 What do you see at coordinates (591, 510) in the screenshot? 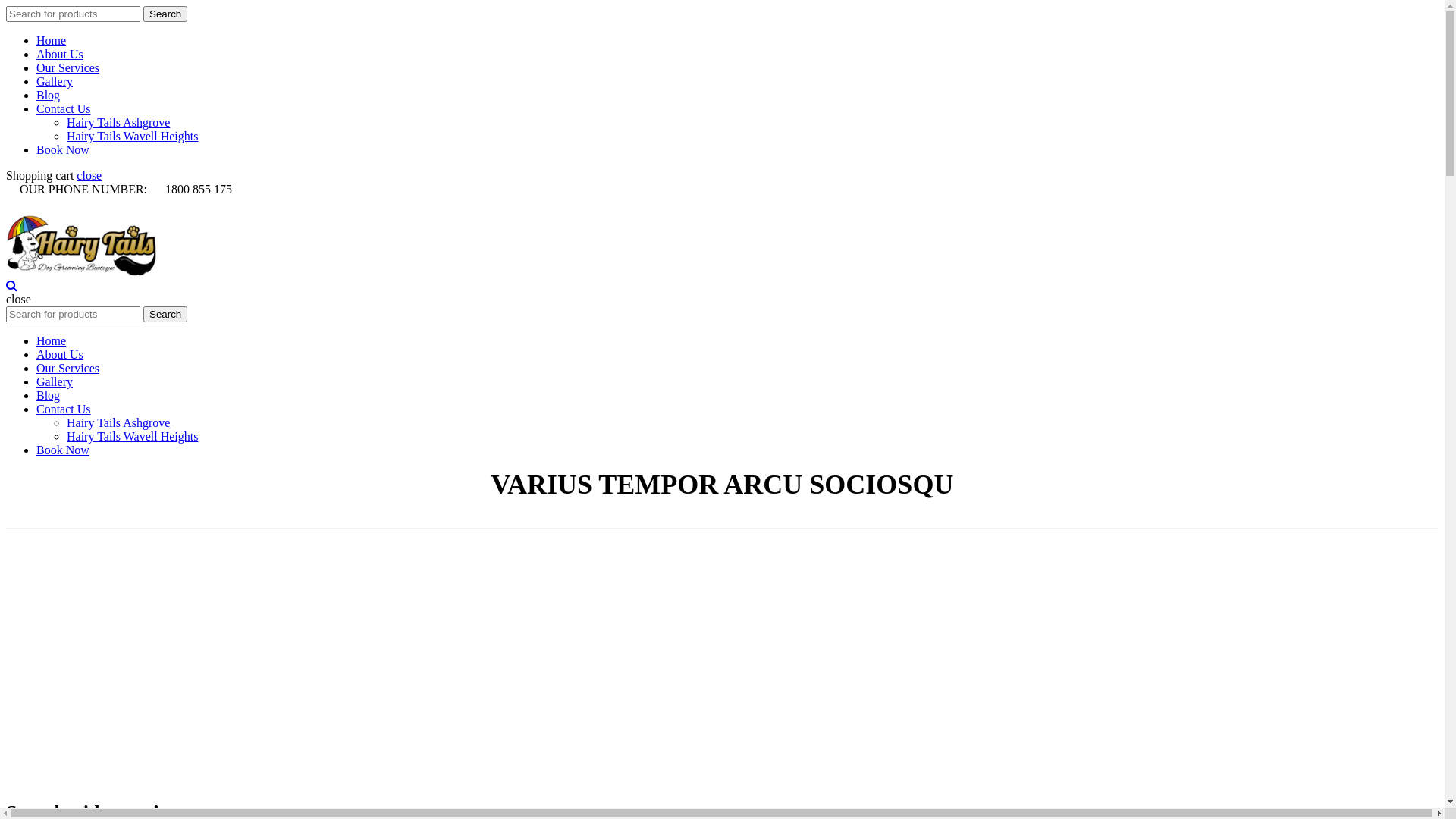
I see `'Home'` at bounding box center [591, 510].